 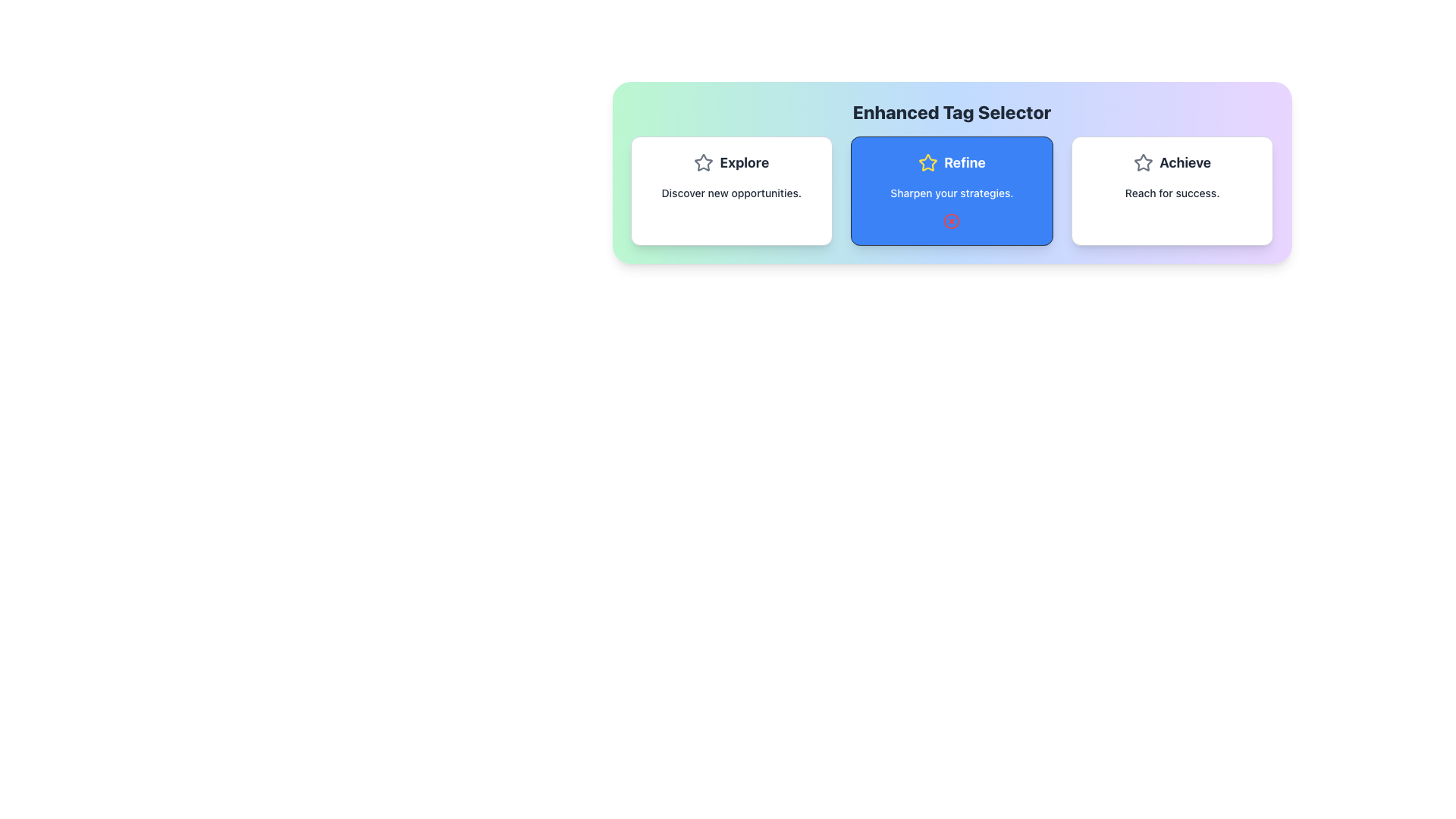 What do you see at coordinates (1172, 163) in the screenshot?
I see `the 'Achieve' section title and icon, which is located in the third panel from the left, near the subtitle 'Reach for success'` at bounding box center [1172, 163].